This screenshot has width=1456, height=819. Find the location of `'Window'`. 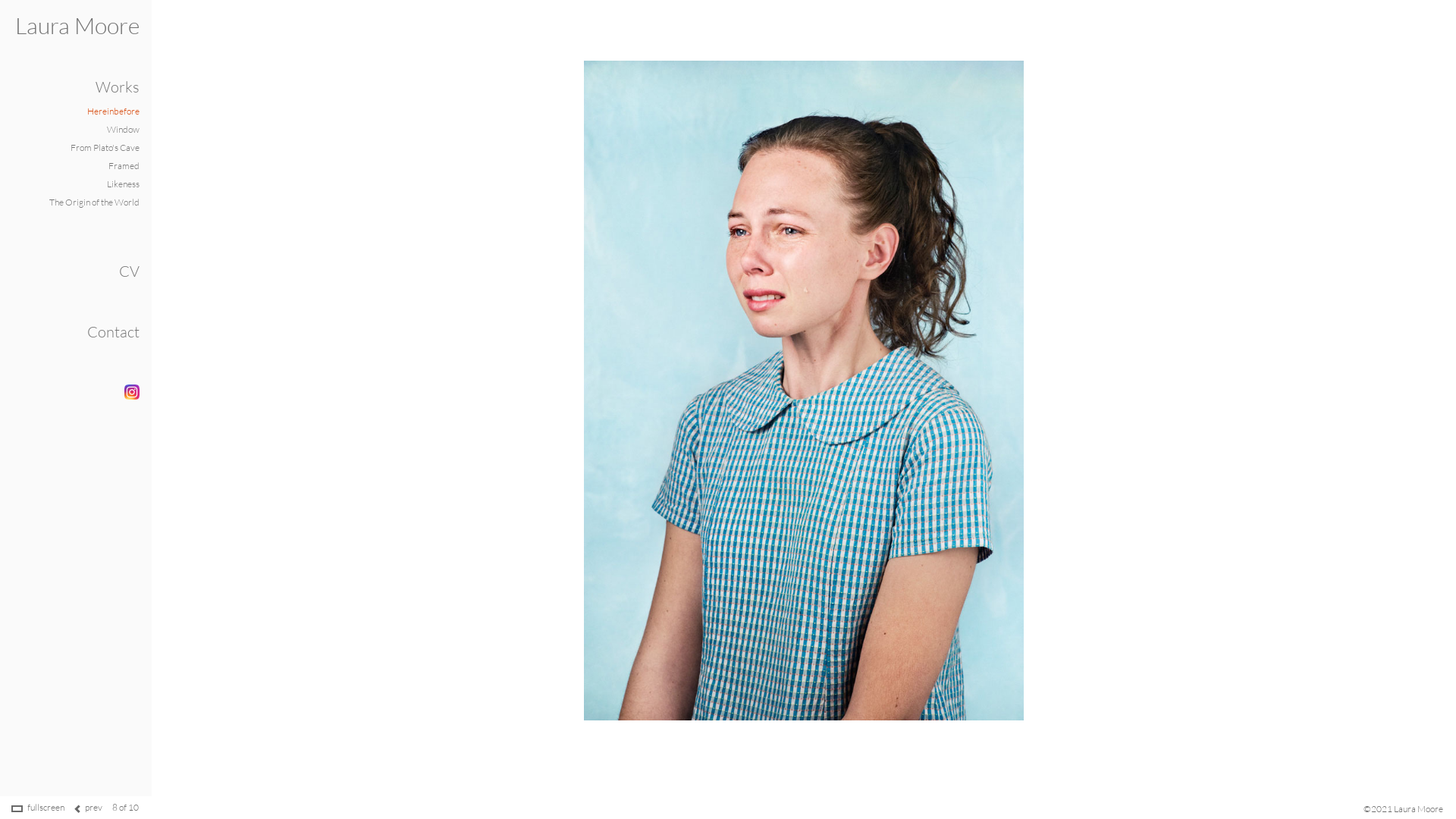

'Window' is located at coordinates (123, 128).